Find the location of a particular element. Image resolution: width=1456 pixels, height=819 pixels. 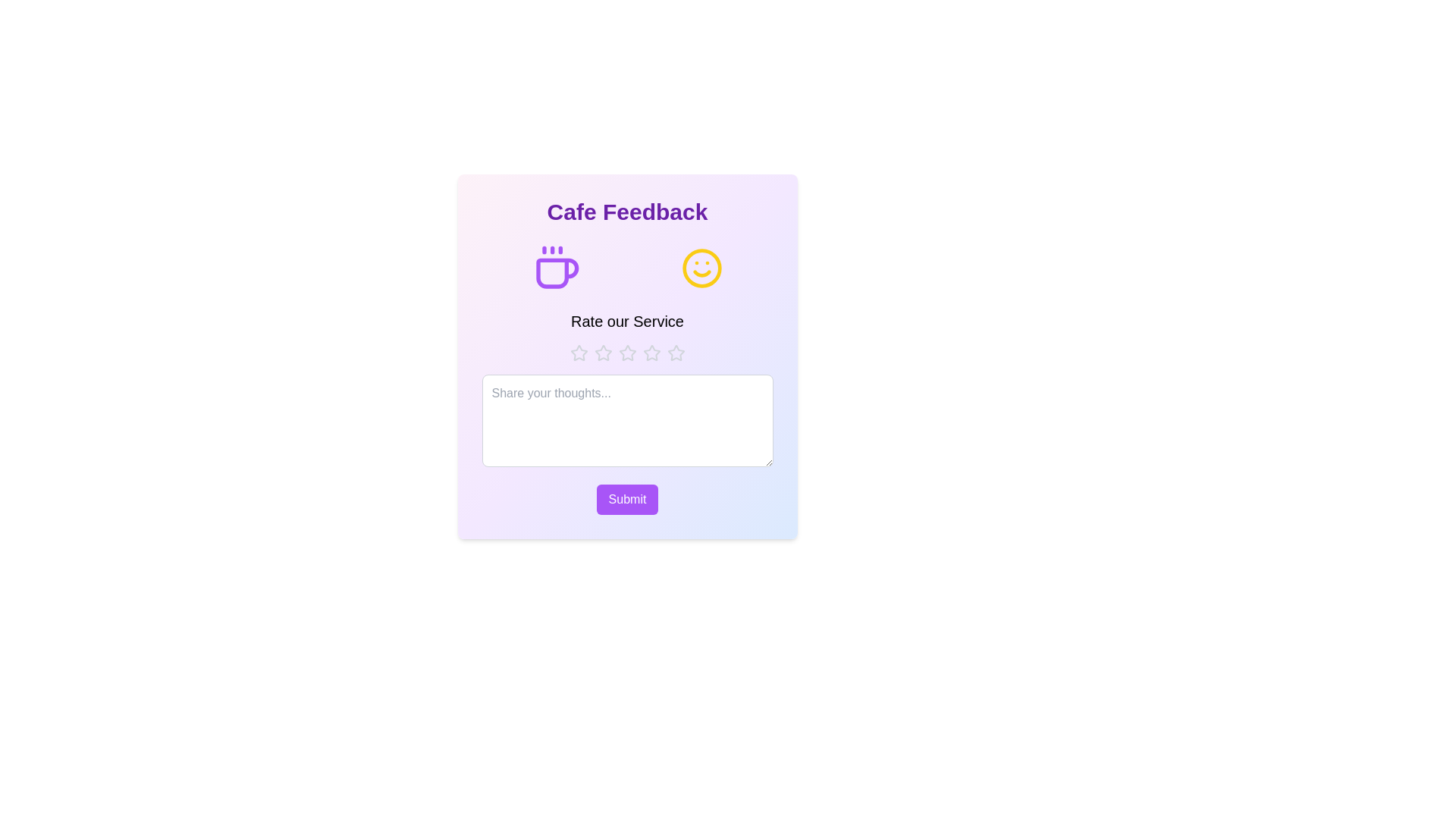

the star corresponding to the desired rating 3 to set the service rating is located at coordinates (627, 353).